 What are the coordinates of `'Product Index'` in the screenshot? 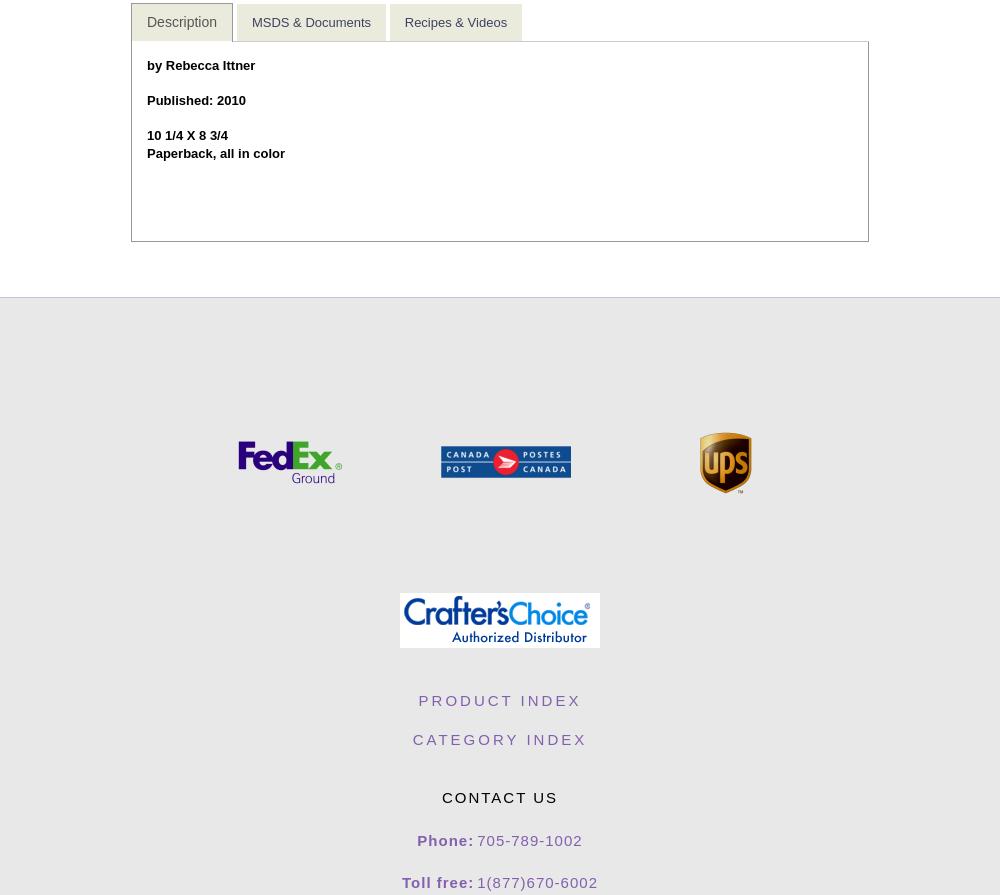 It's located at (498, 699).